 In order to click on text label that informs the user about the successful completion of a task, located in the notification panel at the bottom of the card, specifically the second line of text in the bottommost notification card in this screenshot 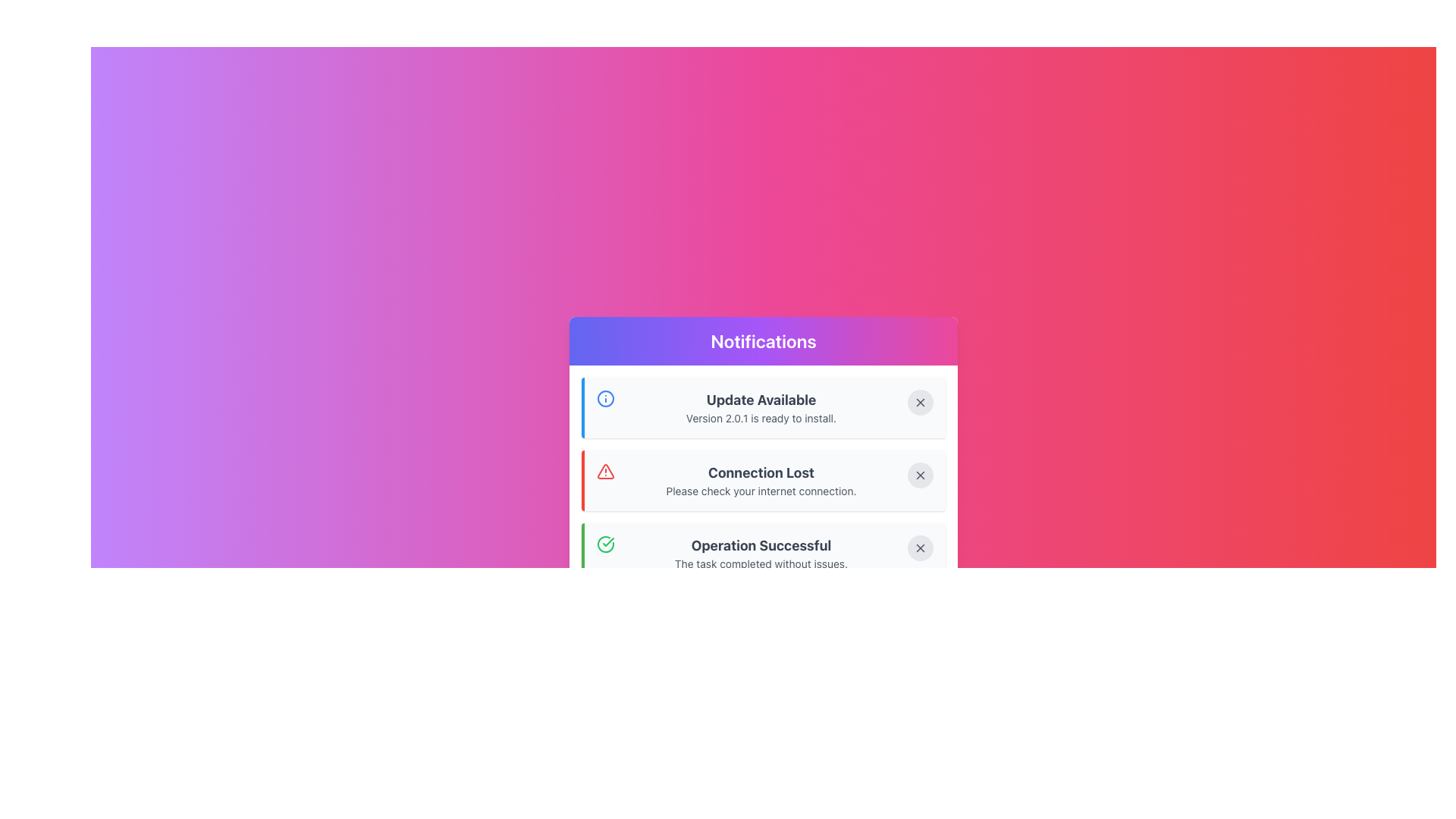, I will do `click(761, 564)`.